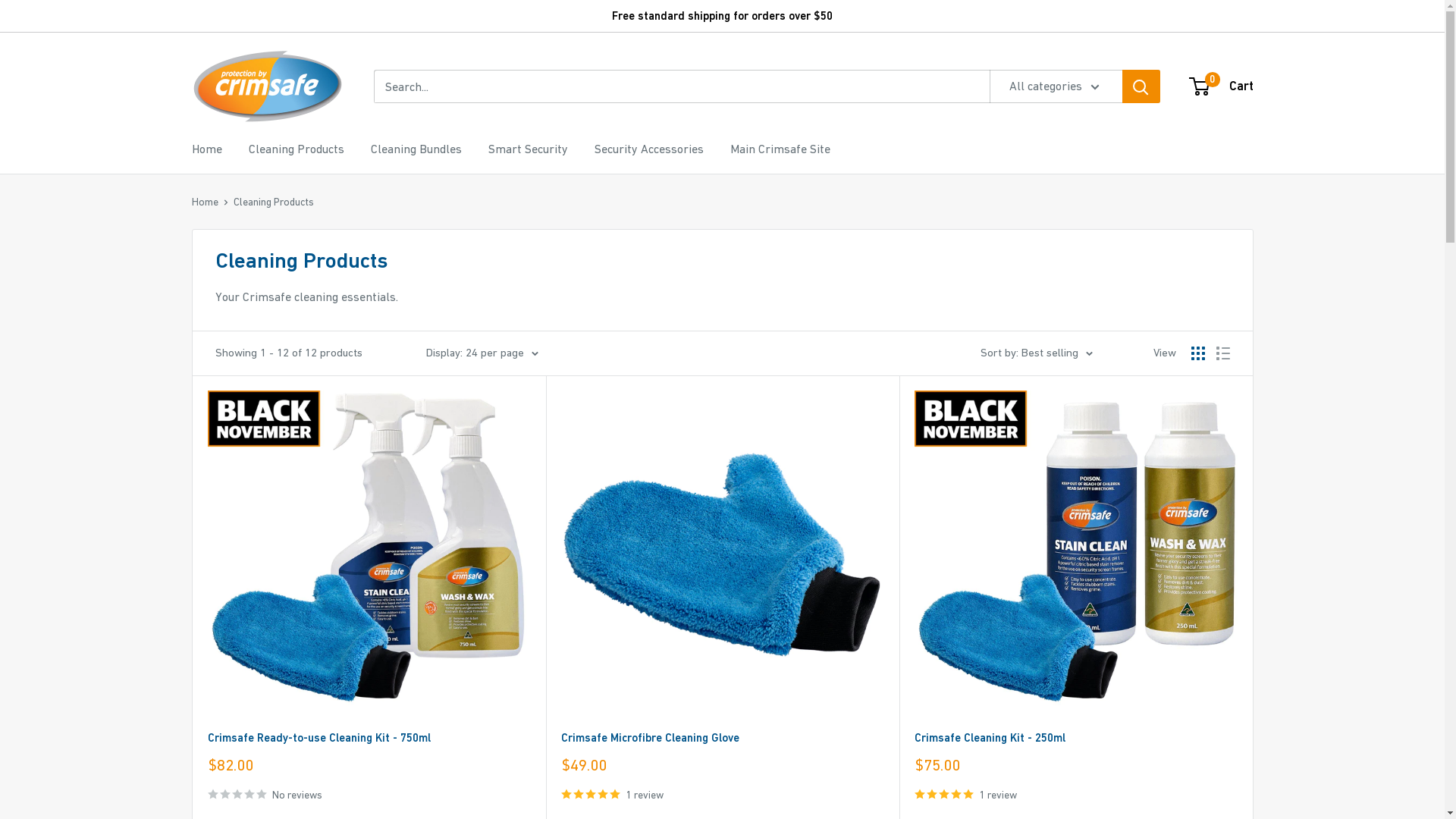 The height and width of the screenshot is (819, 1456). I want to click on 'Main Crimsafe Site', so click(729, 149).